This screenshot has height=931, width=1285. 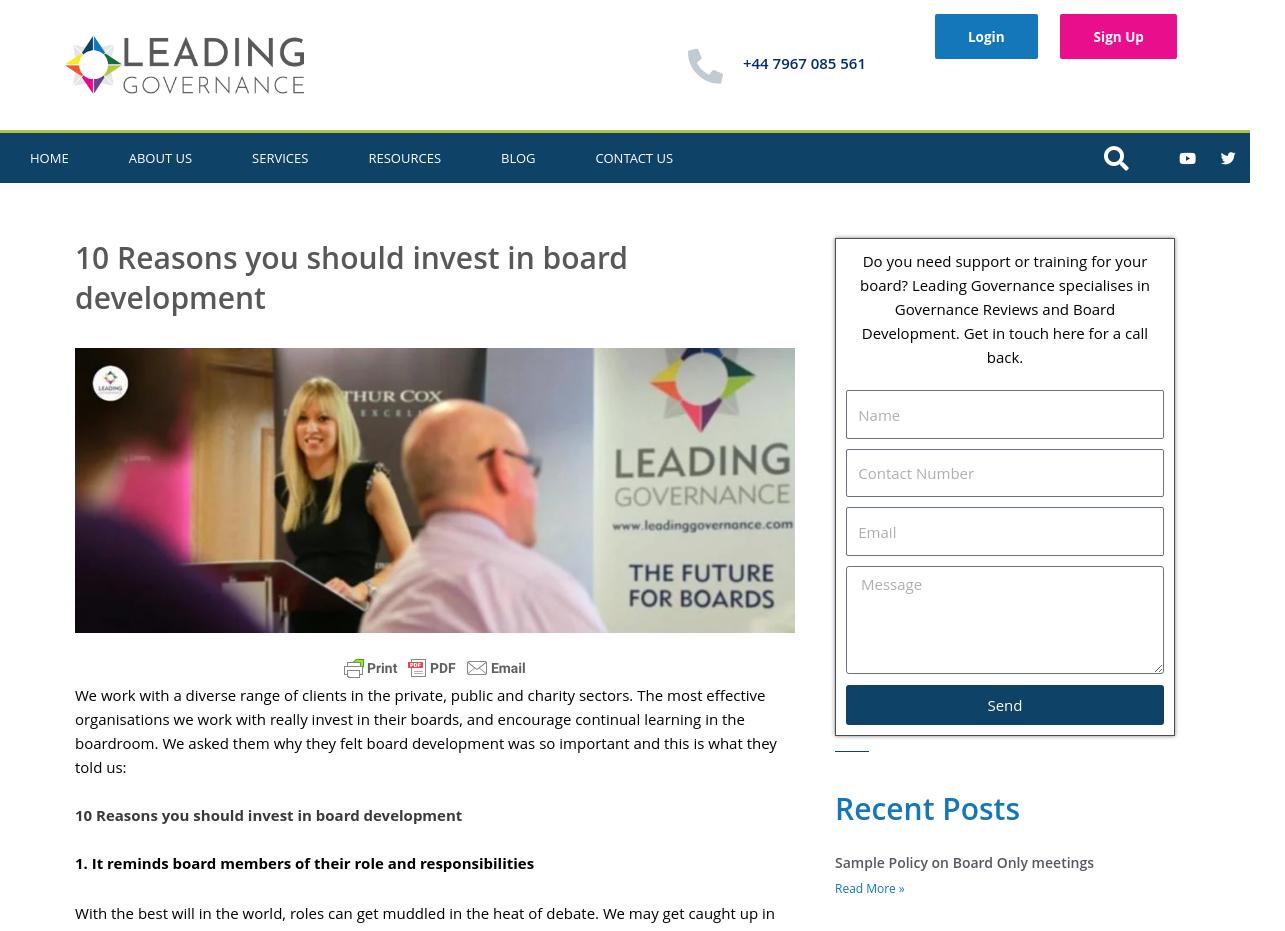 I want to click on 'Read More »', so click(x=832, y=887).